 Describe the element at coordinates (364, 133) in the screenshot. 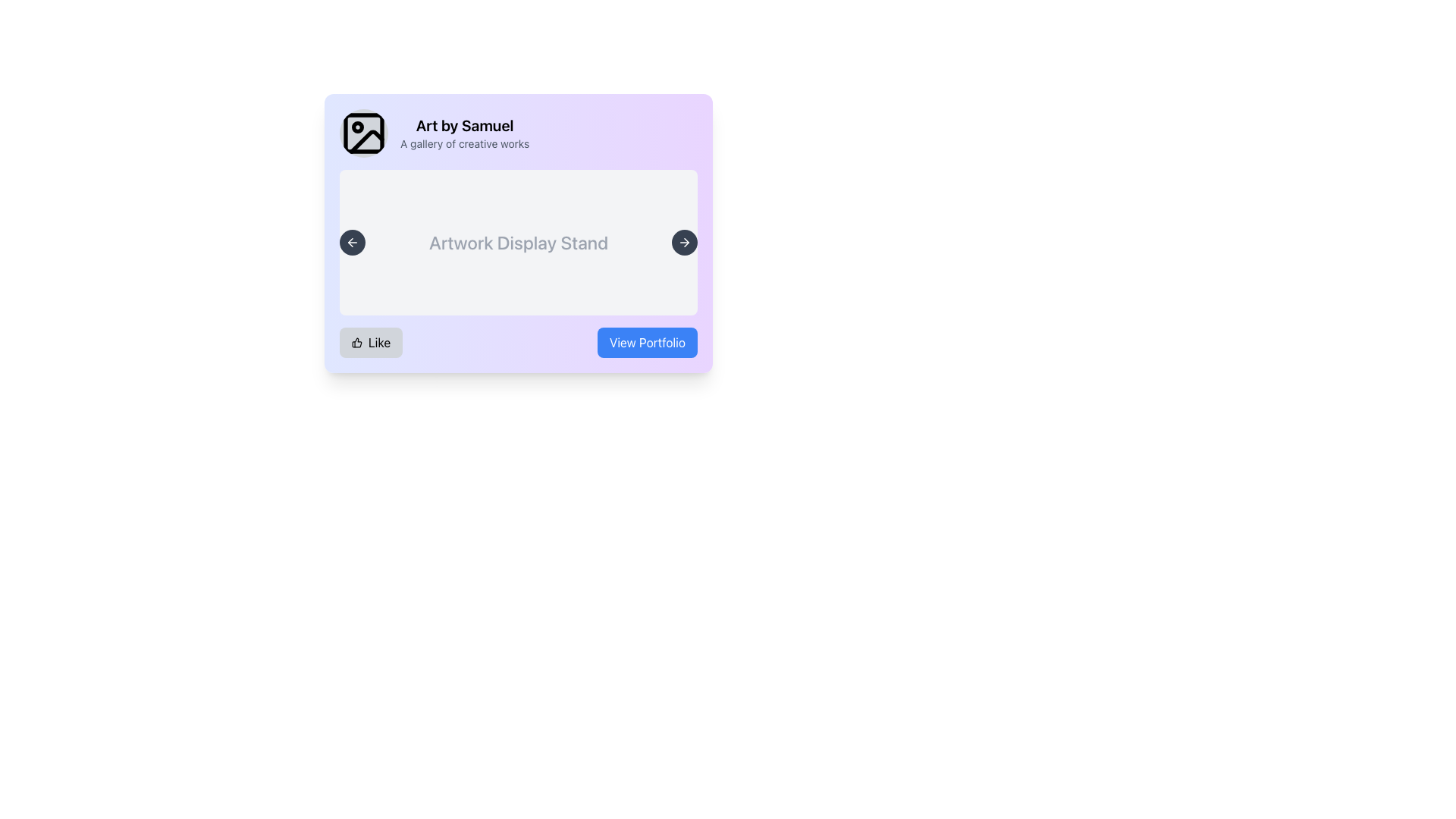

I see `the icon located at the left within the header section of the card, which symbolizes an image or artwork` at that location.